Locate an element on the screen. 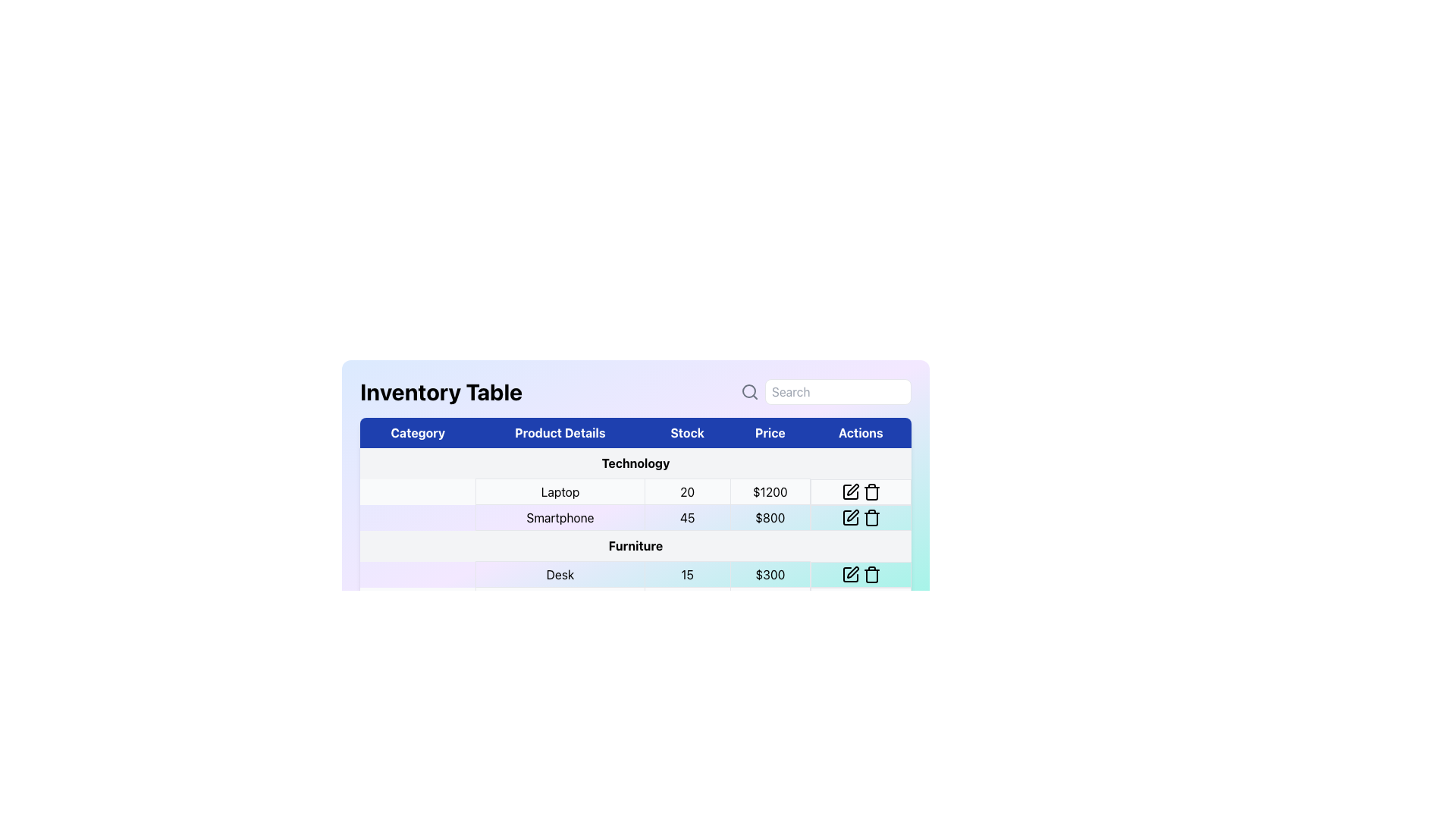  the trash bin icon button located in the last column of the 'Desk' row under the 'Furniture' category is located at coordinates (871, 574).